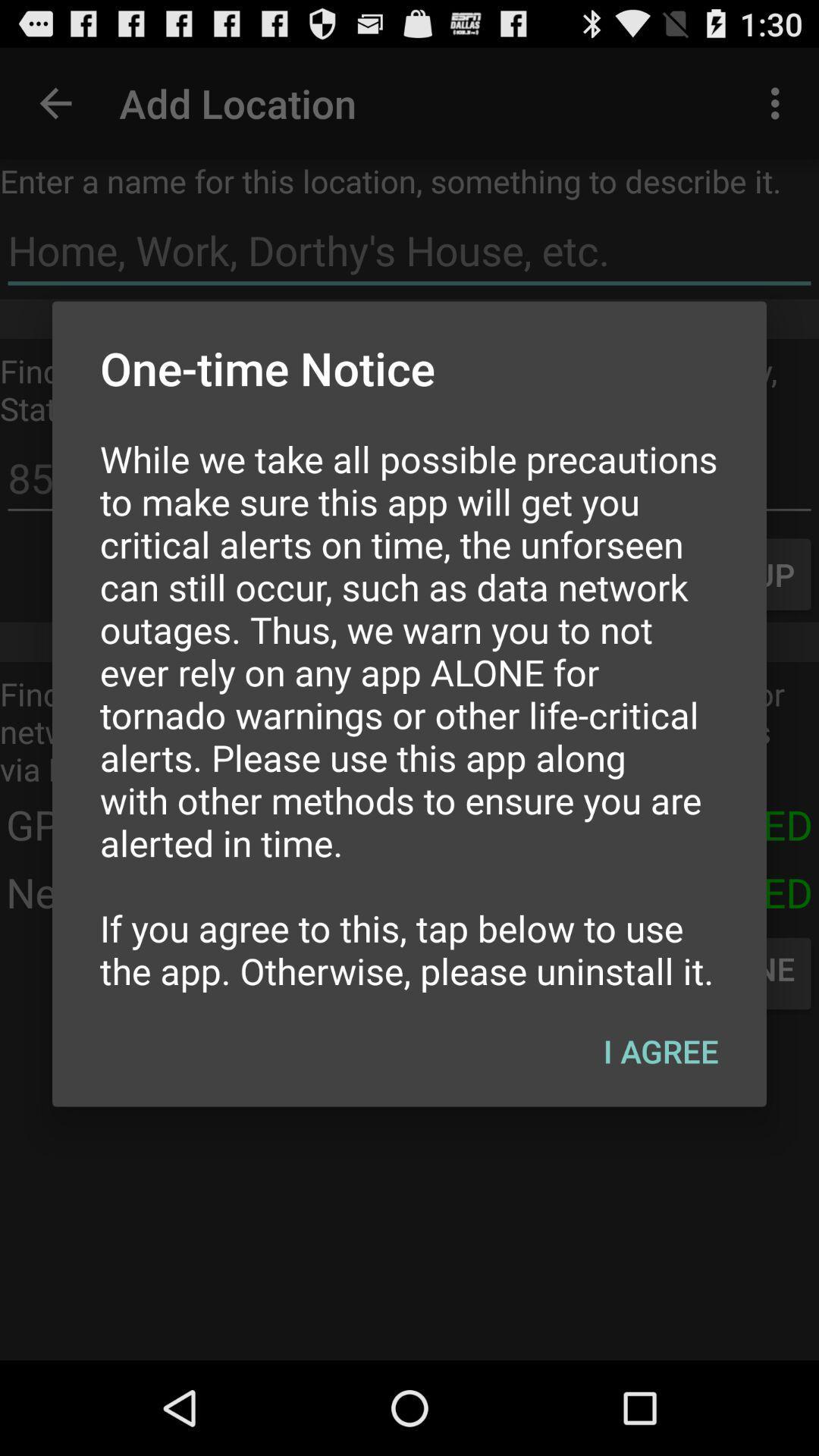 The image size is (819, 1456). I want to click on the i agree icon, so click(660, 1050).